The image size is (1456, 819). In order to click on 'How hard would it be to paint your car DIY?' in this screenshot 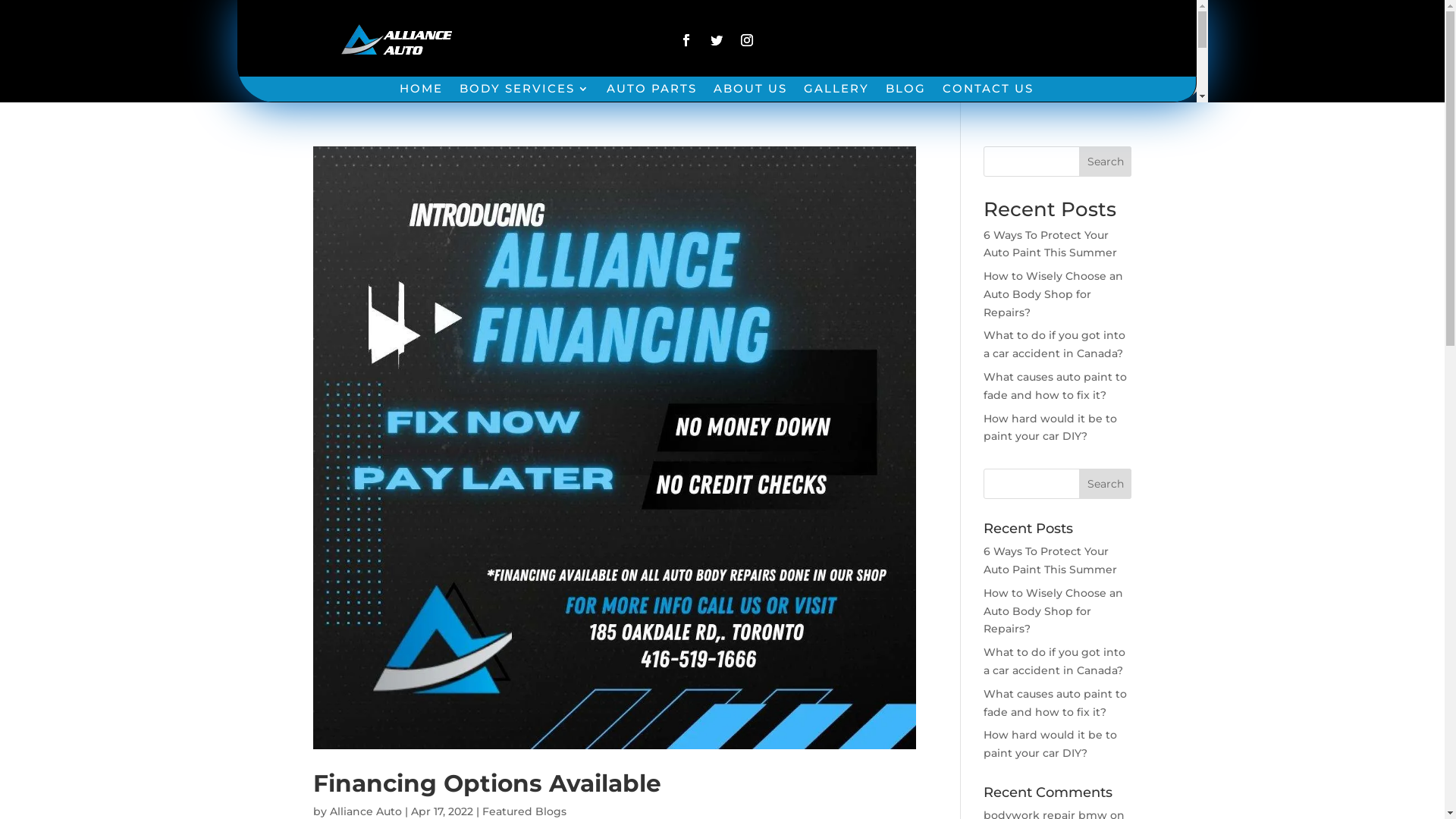, I will do `click(1050, 742)`.